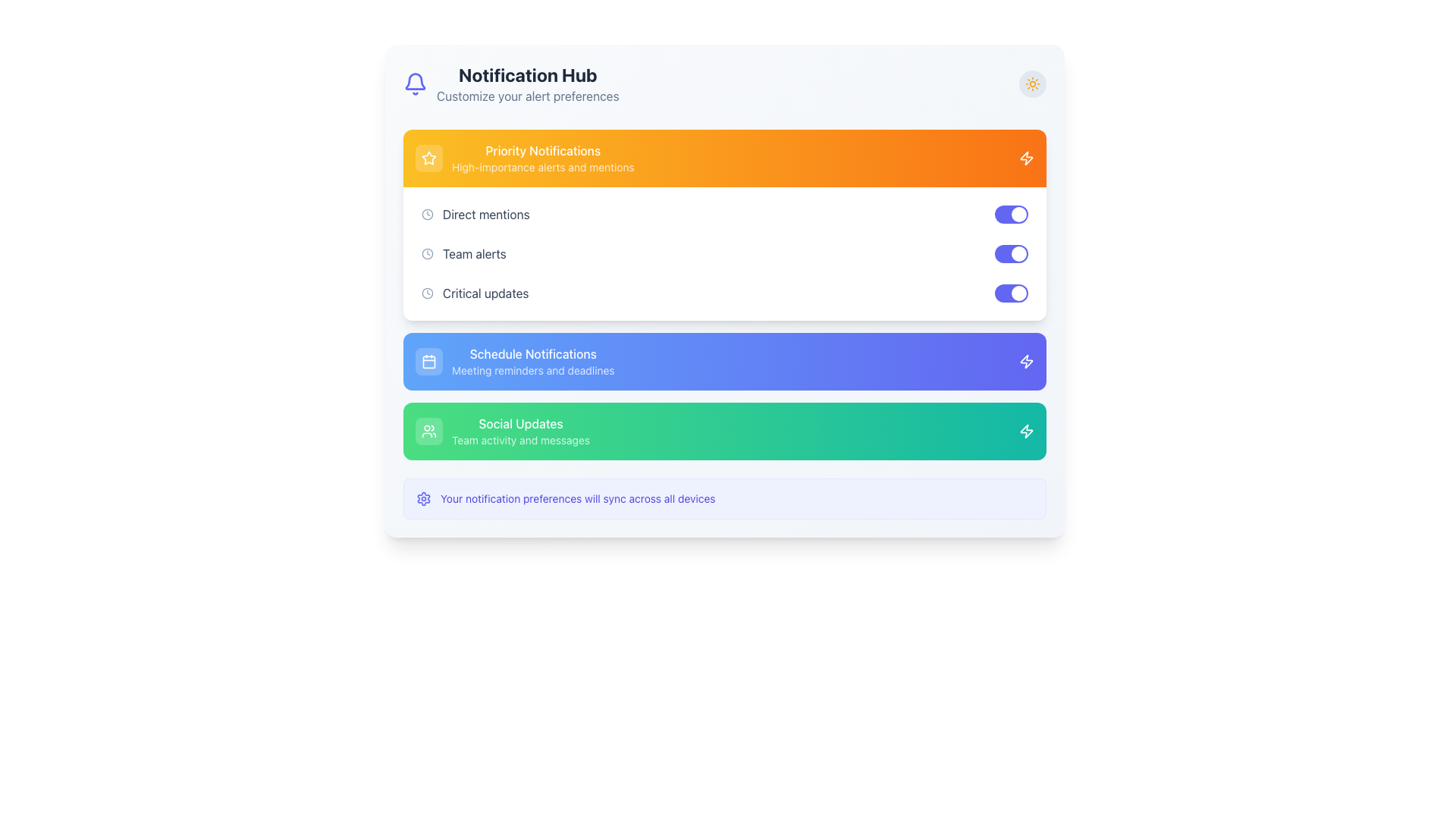  Describe the element at coordinates (577, 499) in the screenshot. I see `the static text that provides information about the synchronization of notification preferences, located to the right of a spinning gear icon, horizontally centered with it` at that location.